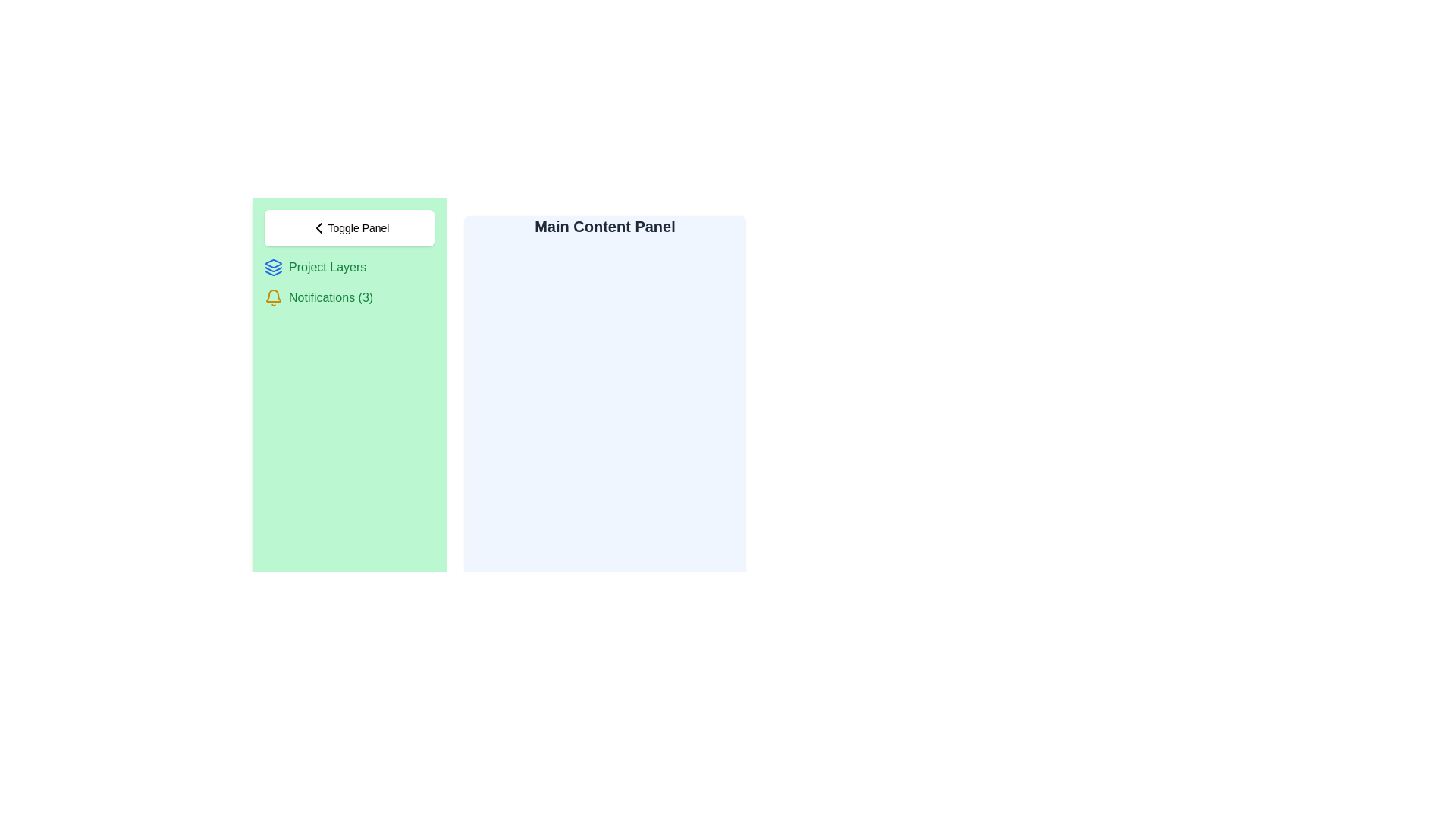  I want to click on the 'Toggle Panel' button located at the top of the green sidebar panel to trigger the highlighting effect, so click(348, 227).